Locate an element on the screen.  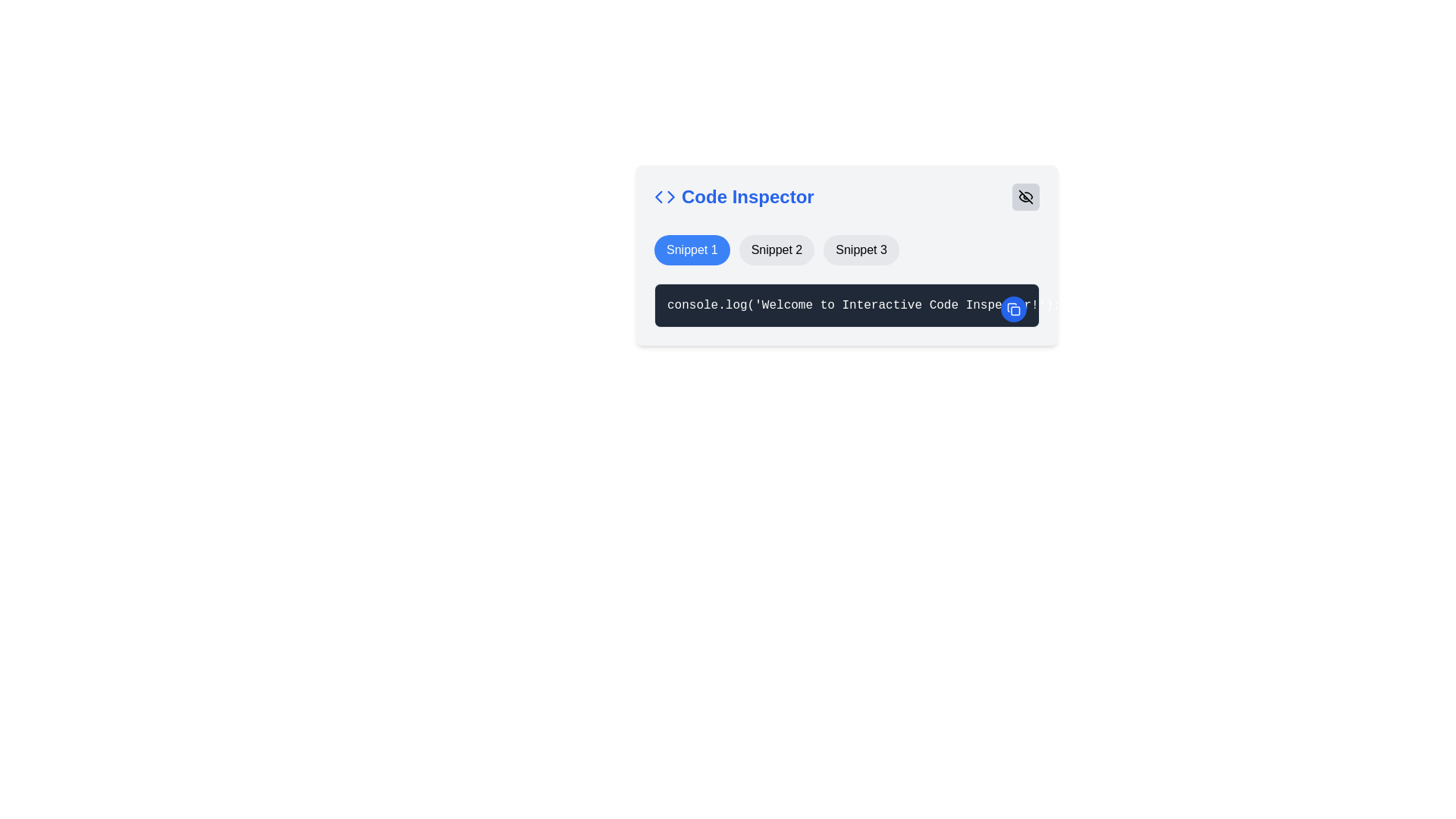
the visibility toggle icon, which resembles an eye with a diagonal line crossing it, located in the top-right corner of the interface is located at coordinates (1026, 196).